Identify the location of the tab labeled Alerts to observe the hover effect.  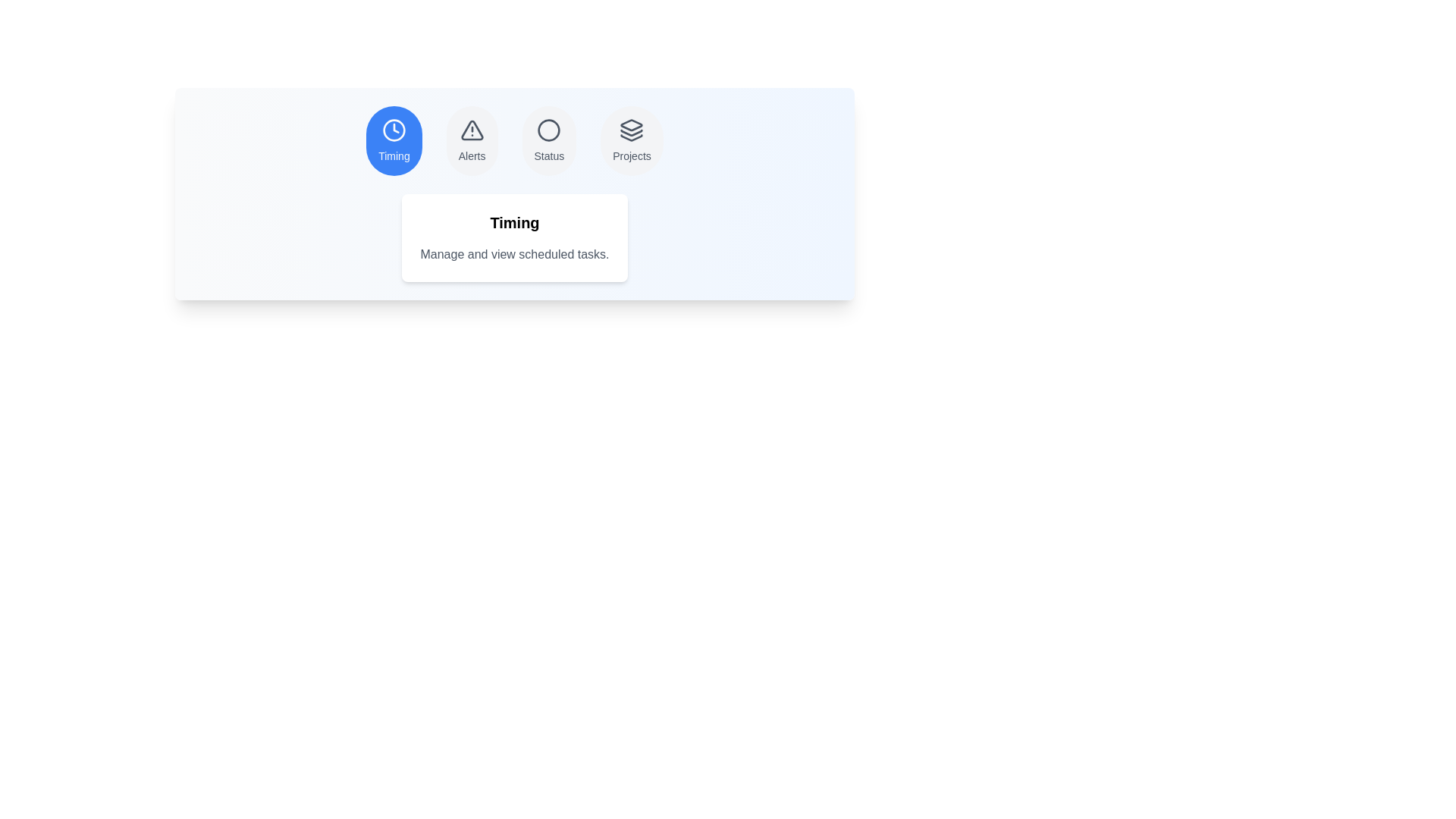
(471, 140).